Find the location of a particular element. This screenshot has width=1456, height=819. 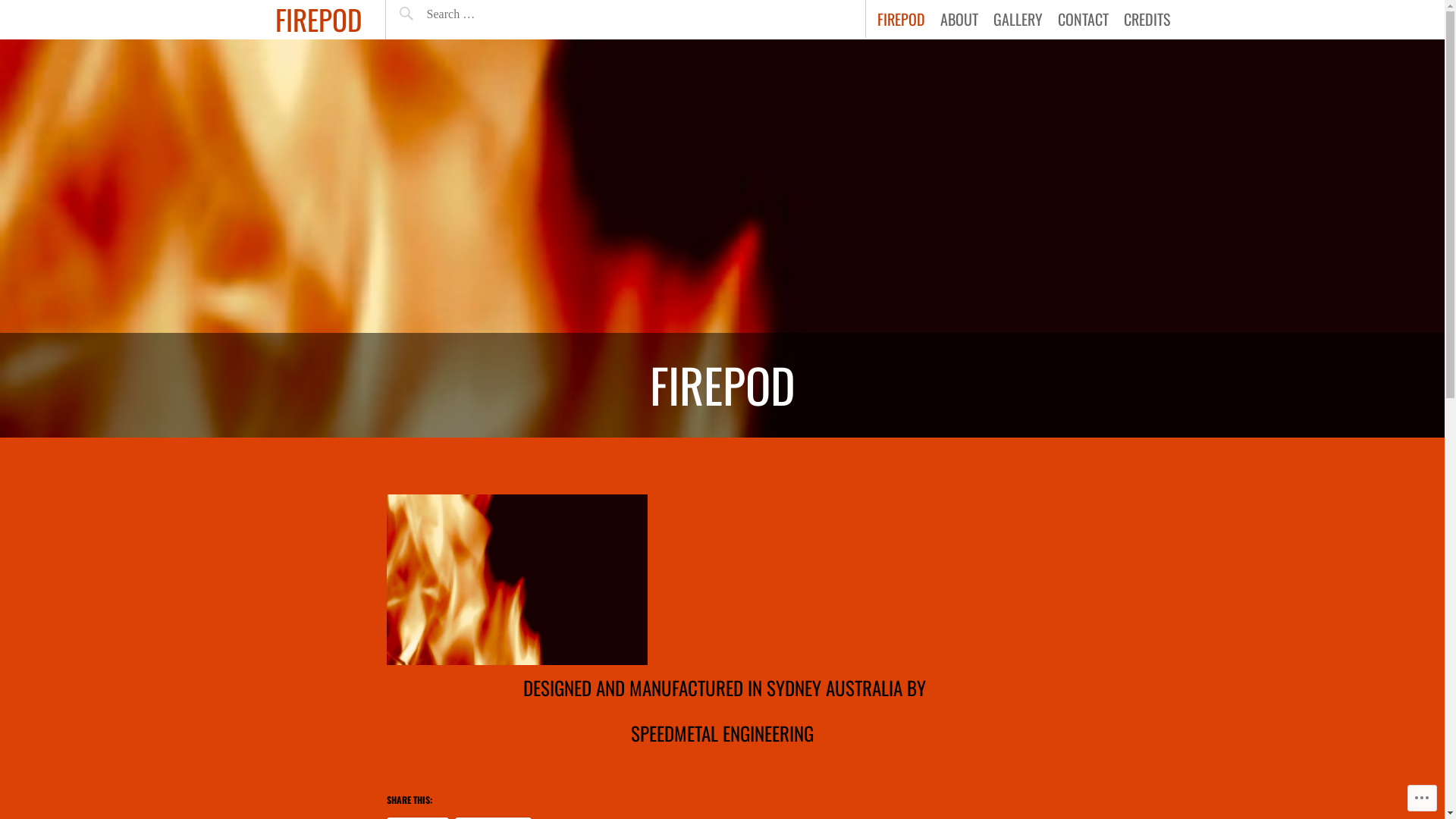

'Search' is located at coordinates (541, 17).